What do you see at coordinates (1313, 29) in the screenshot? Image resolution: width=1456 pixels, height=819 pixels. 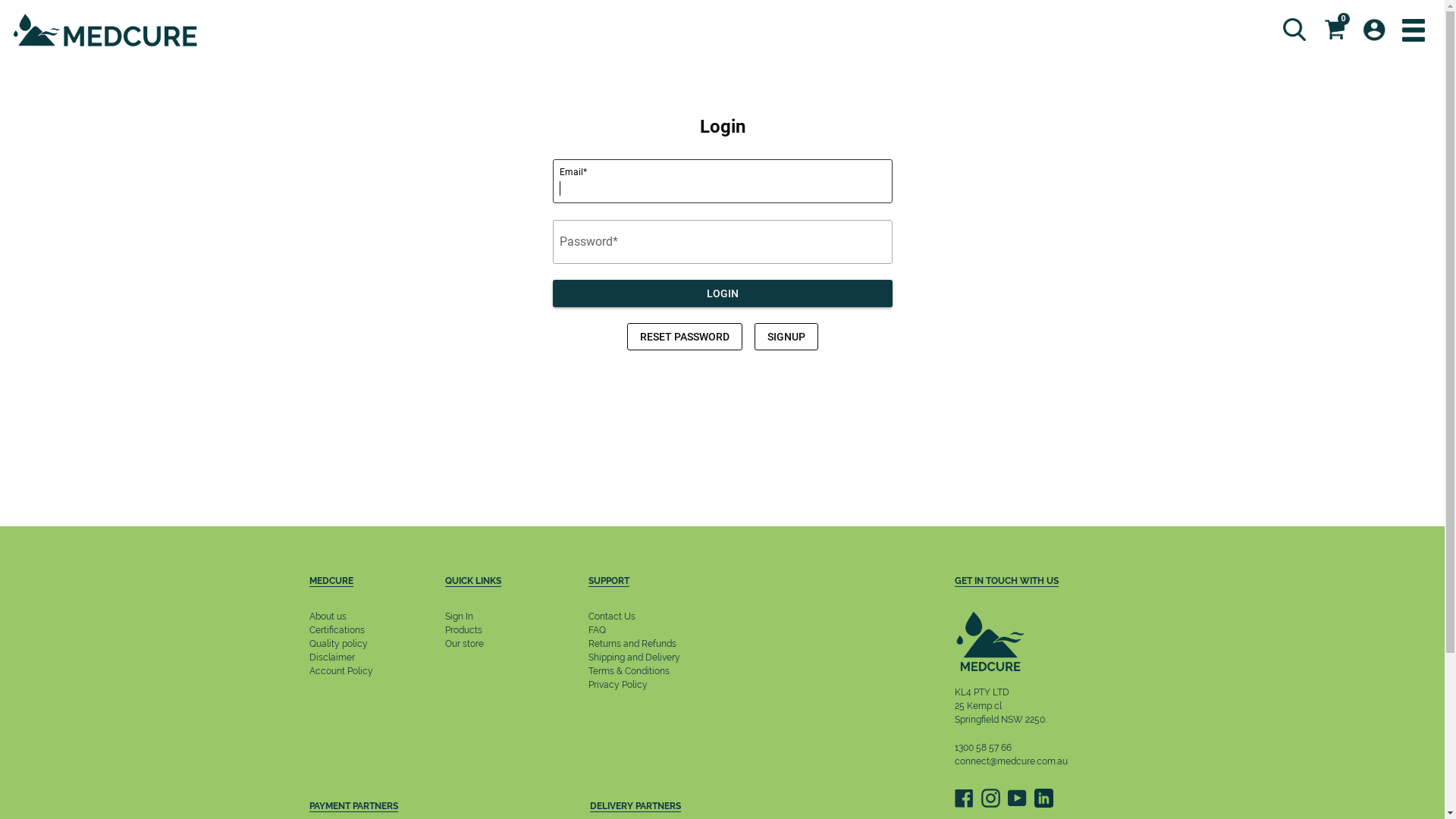 I see `'Cart` at bounding box center [1313, 29].